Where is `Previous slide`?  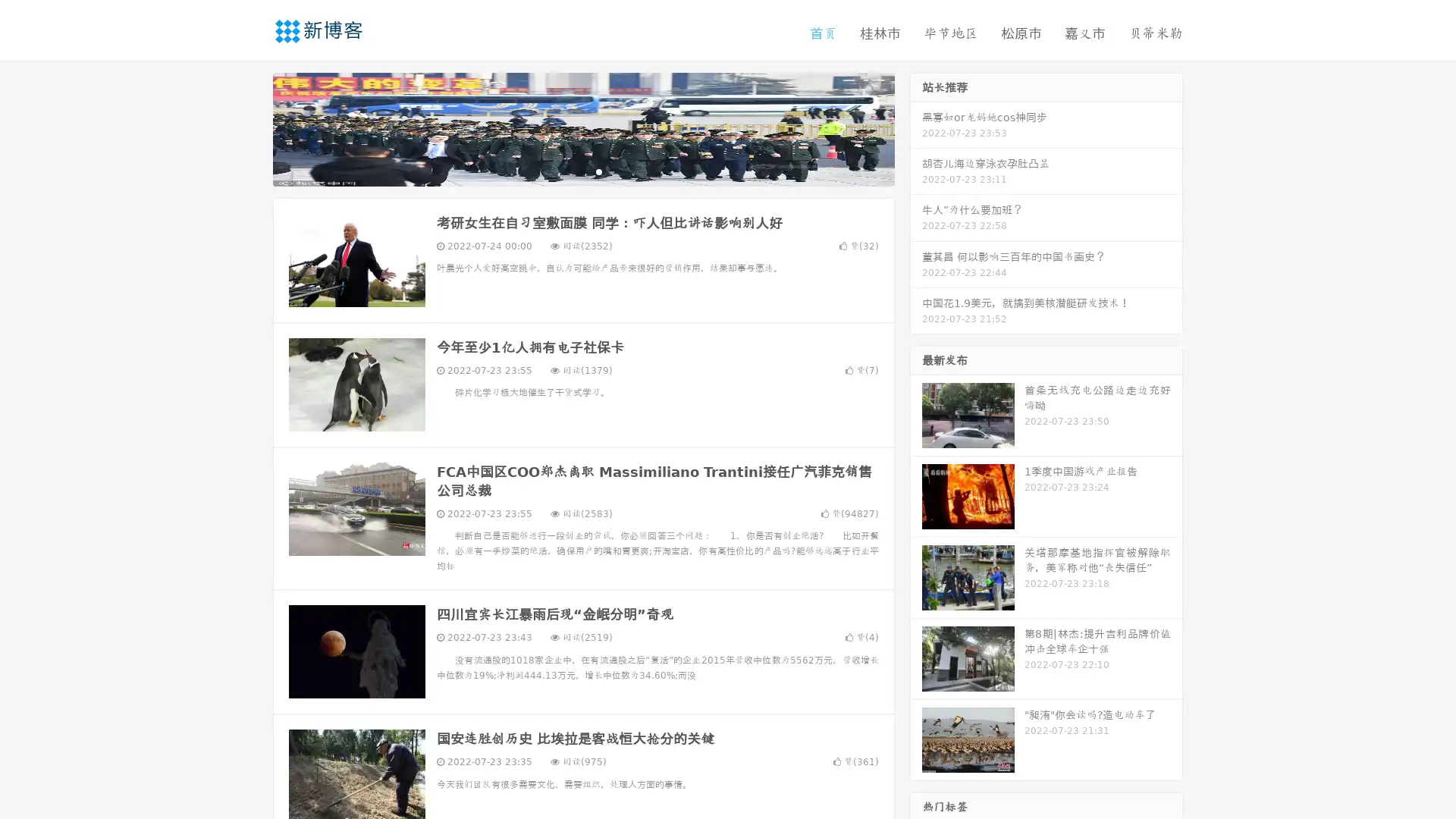
Previous slide is located at coordinates (250, 127).